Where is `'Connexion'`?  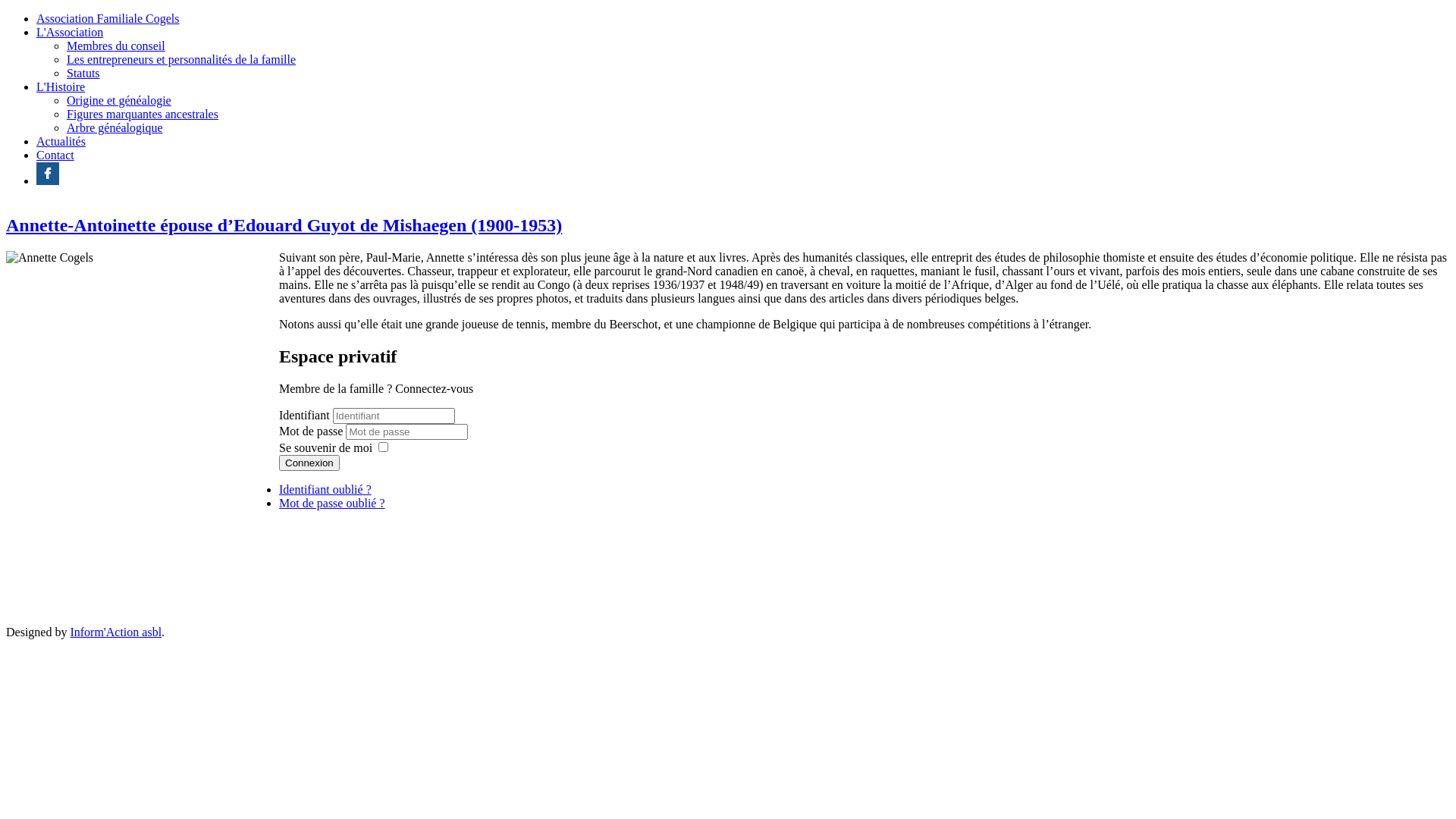
'Connexion' is located at coordinates (279, 462).